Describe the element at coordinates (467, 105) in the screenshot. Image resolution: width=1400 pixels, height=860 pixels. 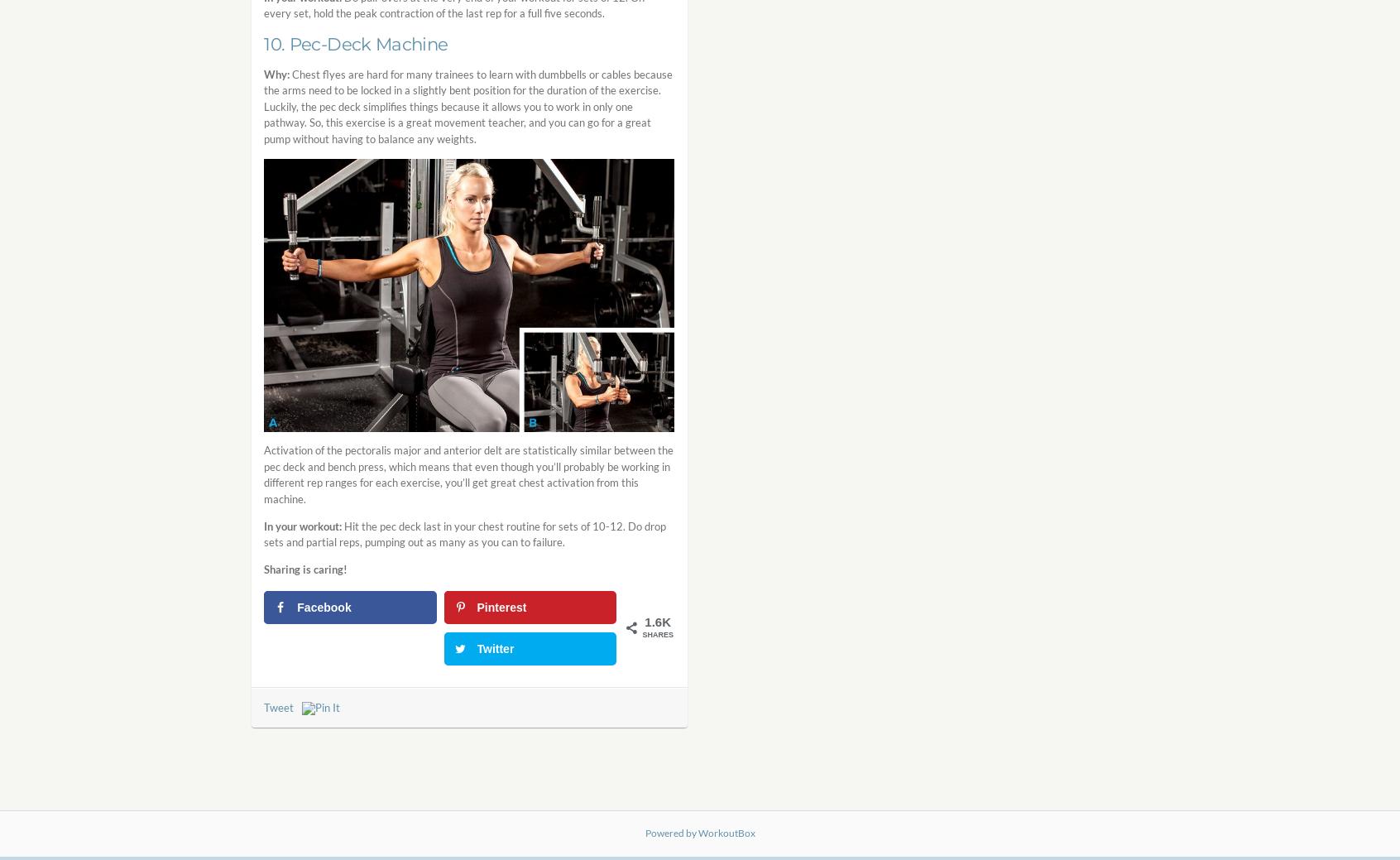
I see `'Chest flyes are hard for many trainees to learn with dumbbells or cables because the arms need to be locked in a slightly bent position for the duration of the exercise. Luckily, the pec deck simplifies things because it allows you to work in only one pathway. So, this exercise is a great movement teacher, and you can go for a great pump without having to balance any weights.'` at that location.